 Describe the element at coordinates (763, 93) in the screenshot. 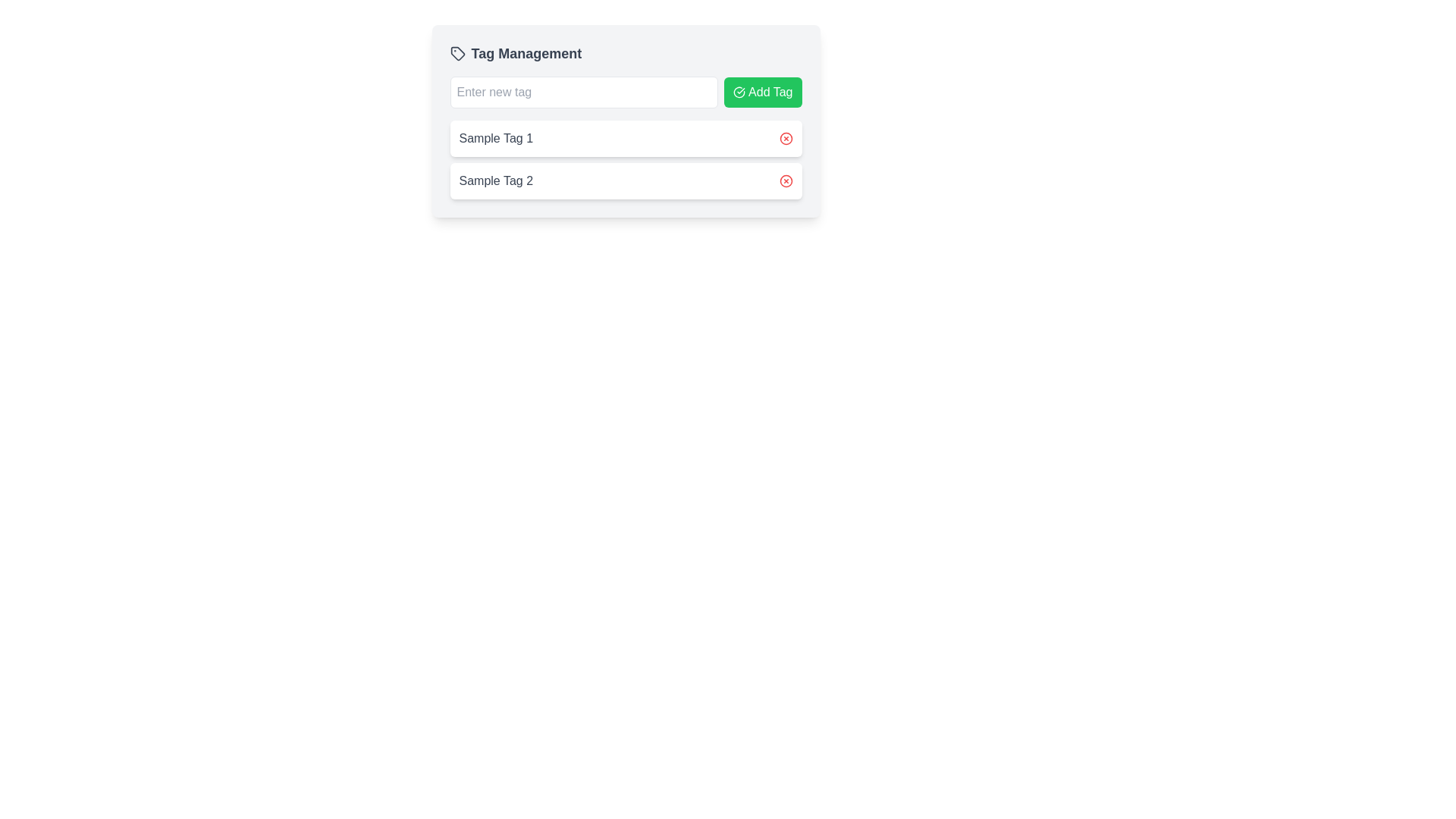

I see `the button located adjacent to the input field for adding a new tag to process the entered text` at that location.